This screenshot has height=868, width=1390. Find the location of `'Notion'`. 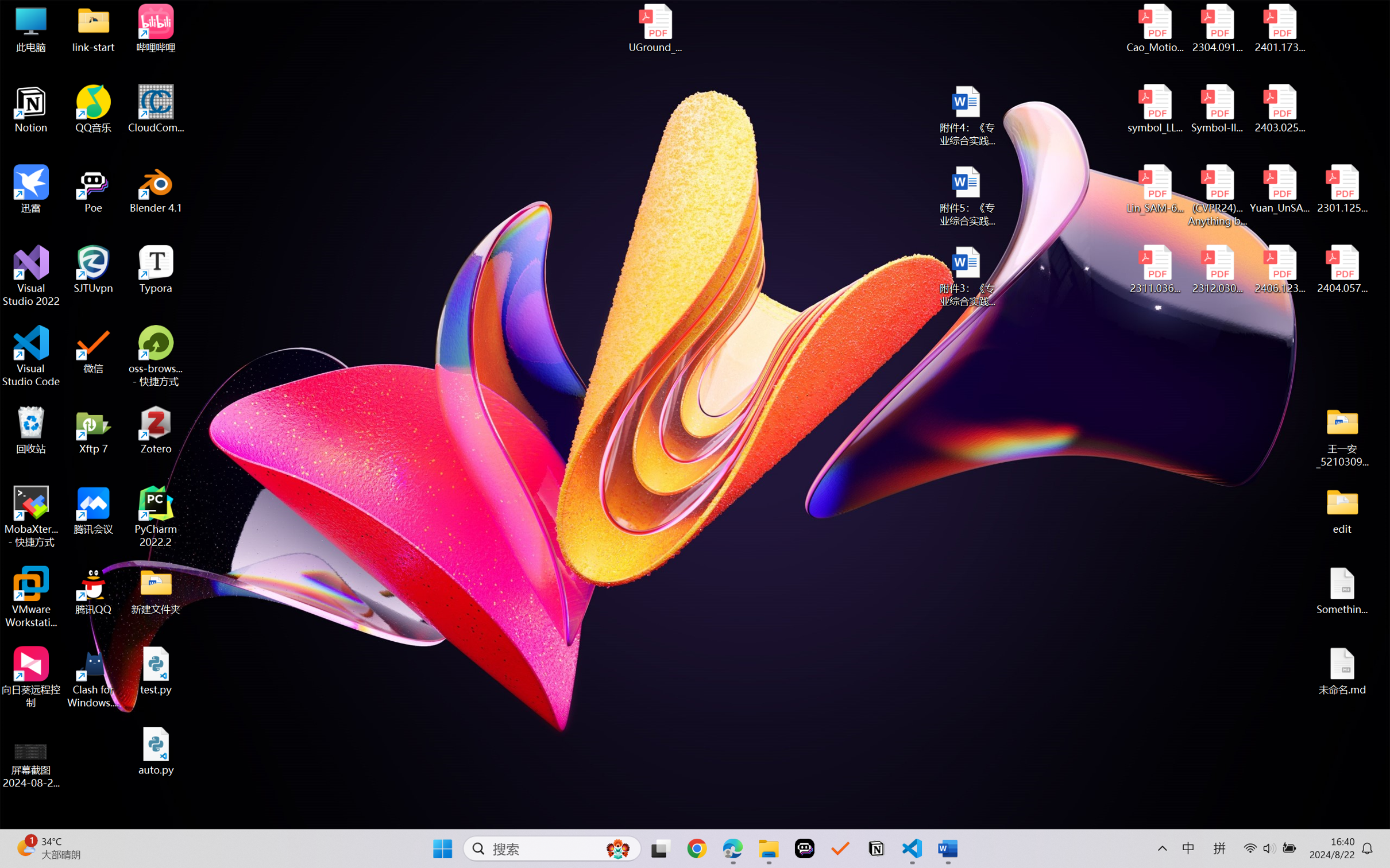

'Notion' is located at coordinates (30, 109).